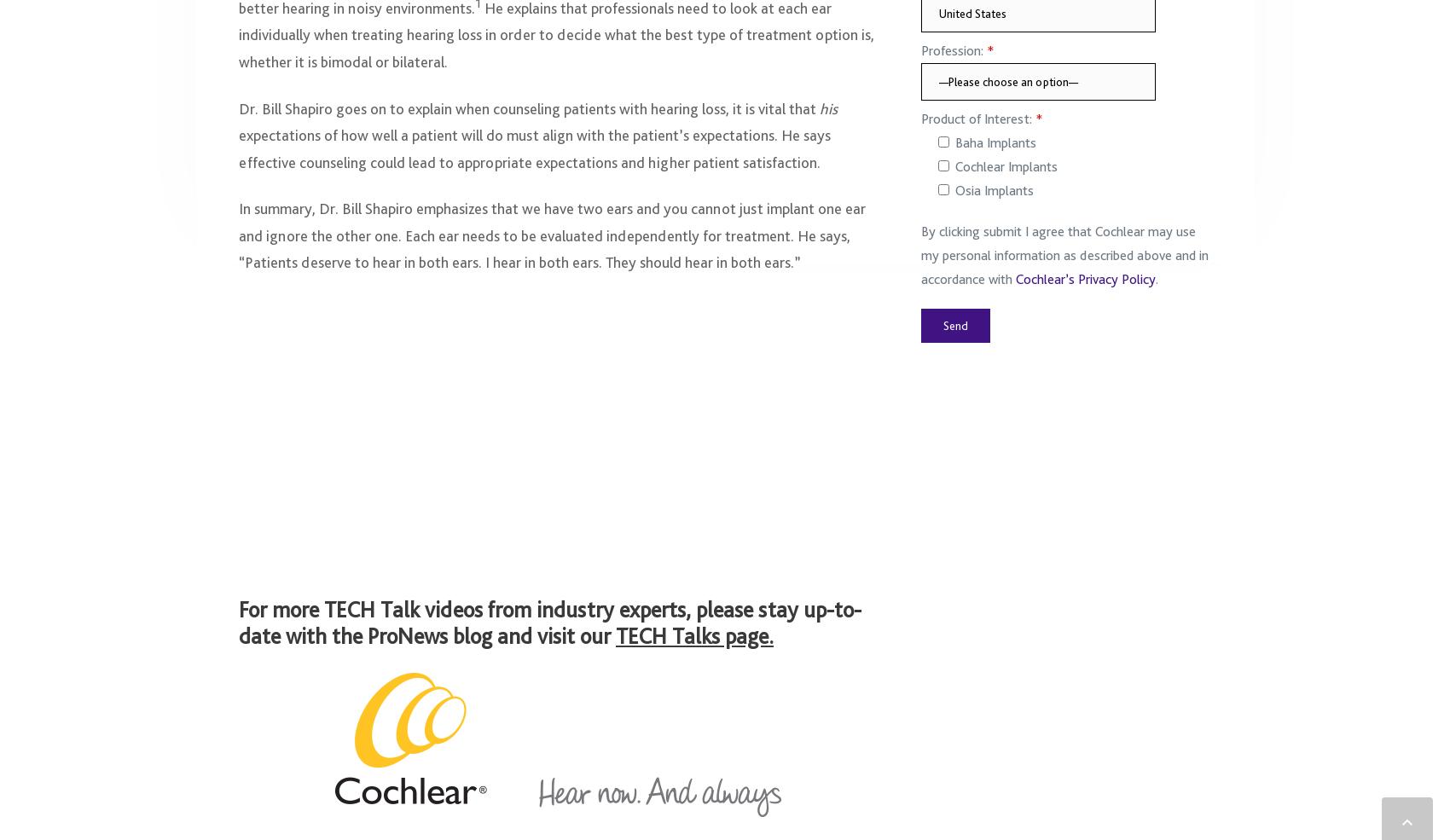 This screenshot has height=840, width=1450. Describe the element at coordinates (1084, 287) in the screenshot. I see `'Cochlear’s Privacy Policy'` at that location.